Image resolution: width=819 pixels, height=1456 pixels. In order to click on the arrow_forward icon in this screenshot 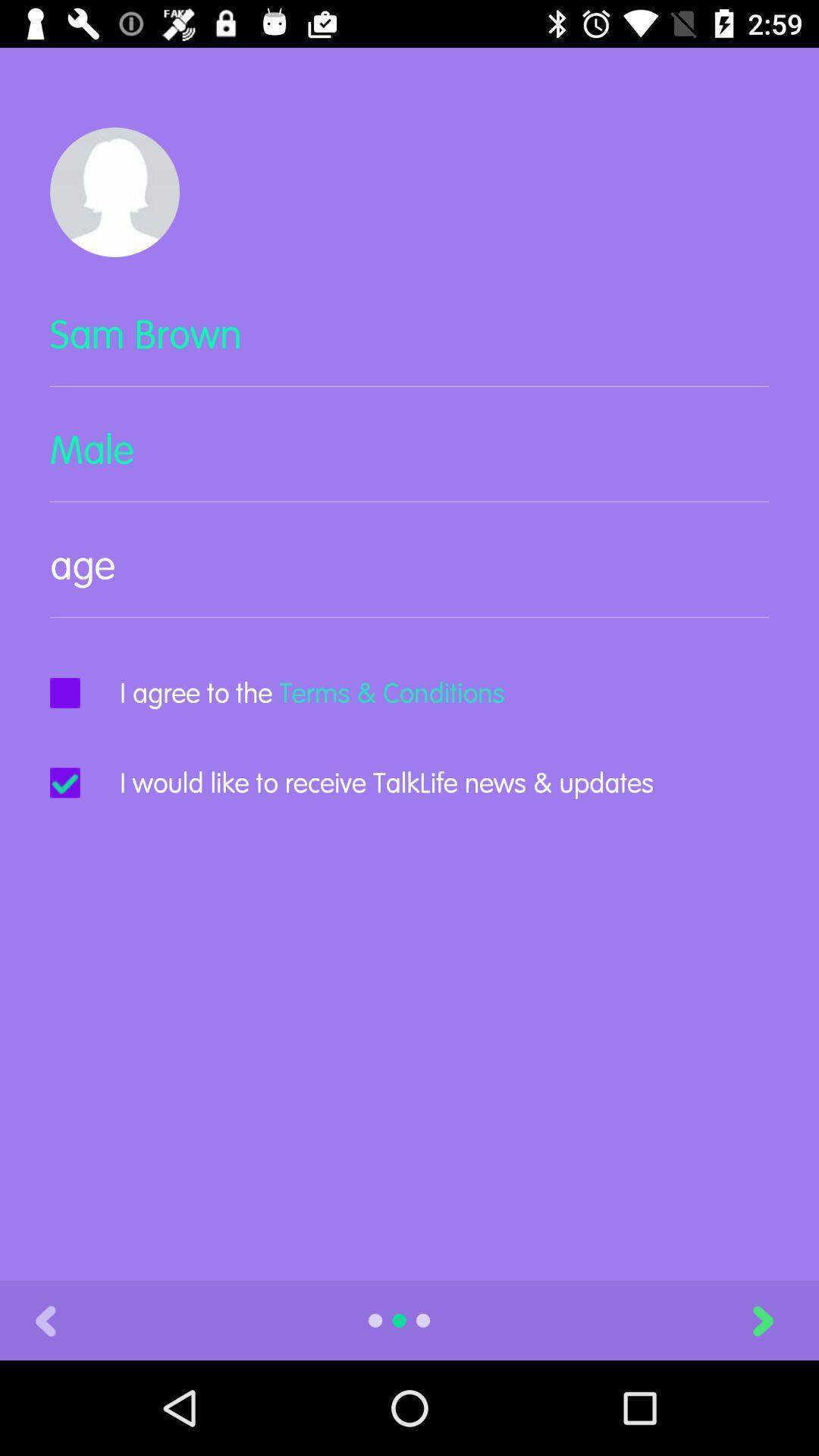, I will do `click(780, 1319)`.